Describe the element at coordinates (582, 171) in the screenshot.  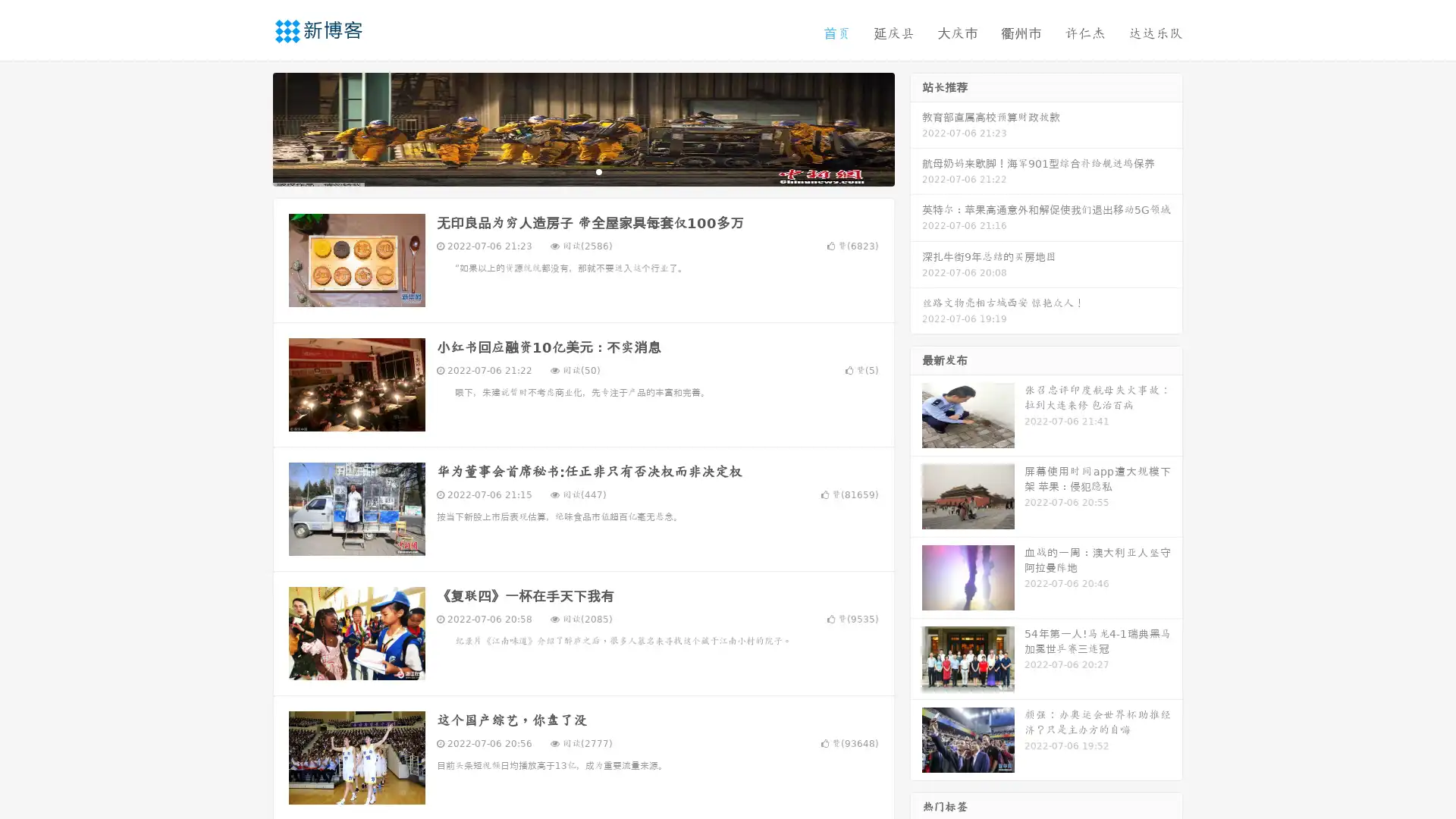
I see `Go to slide 2` at that location.